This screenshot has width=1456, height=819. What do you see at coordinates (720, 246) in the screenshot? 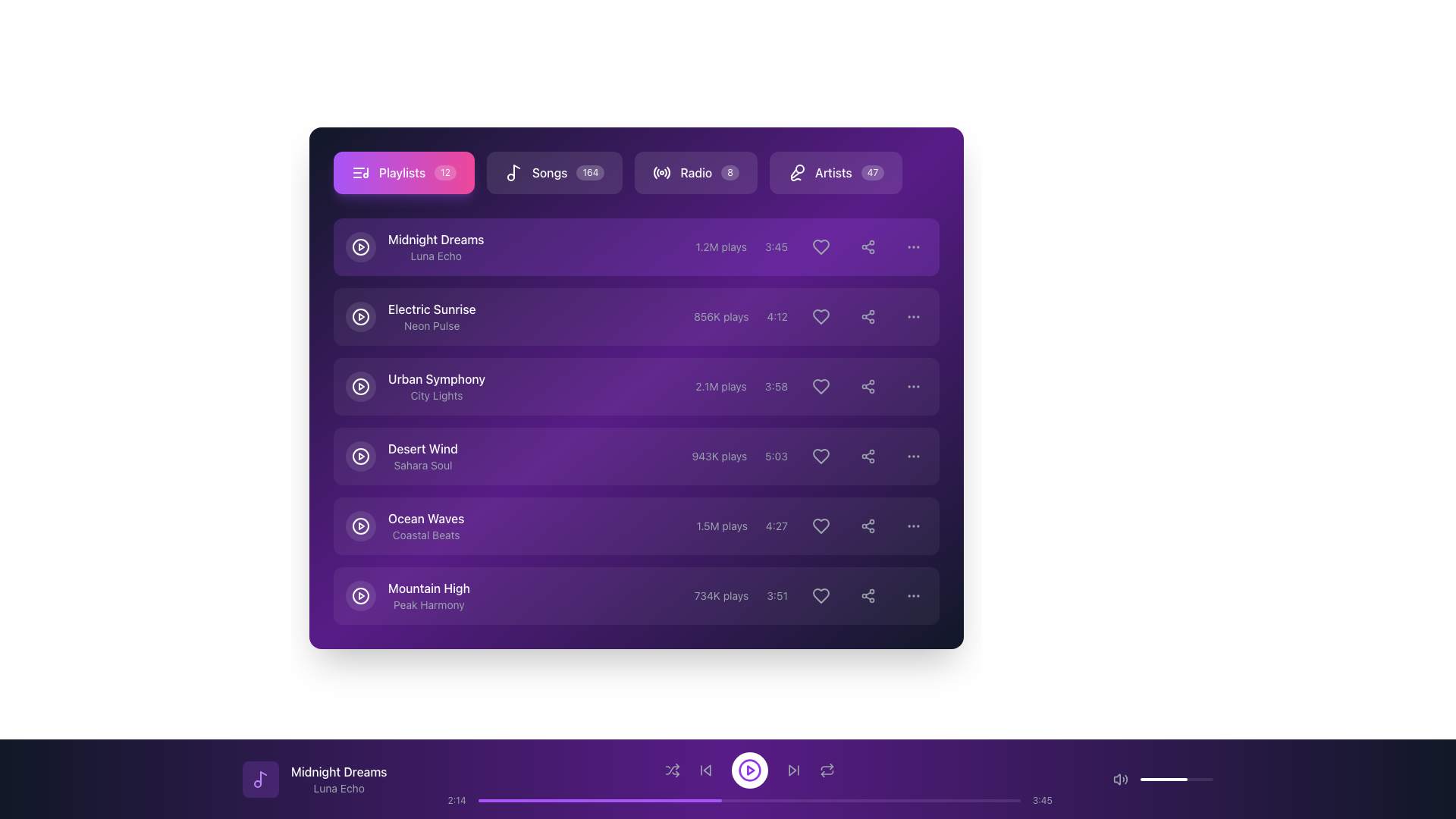
I see `the static text that displays the play count for the associated audio track, which is the leftmost text in the first list item of the playlist view, positioned before the '3:45' duration text` at bounding box center [720, 246].